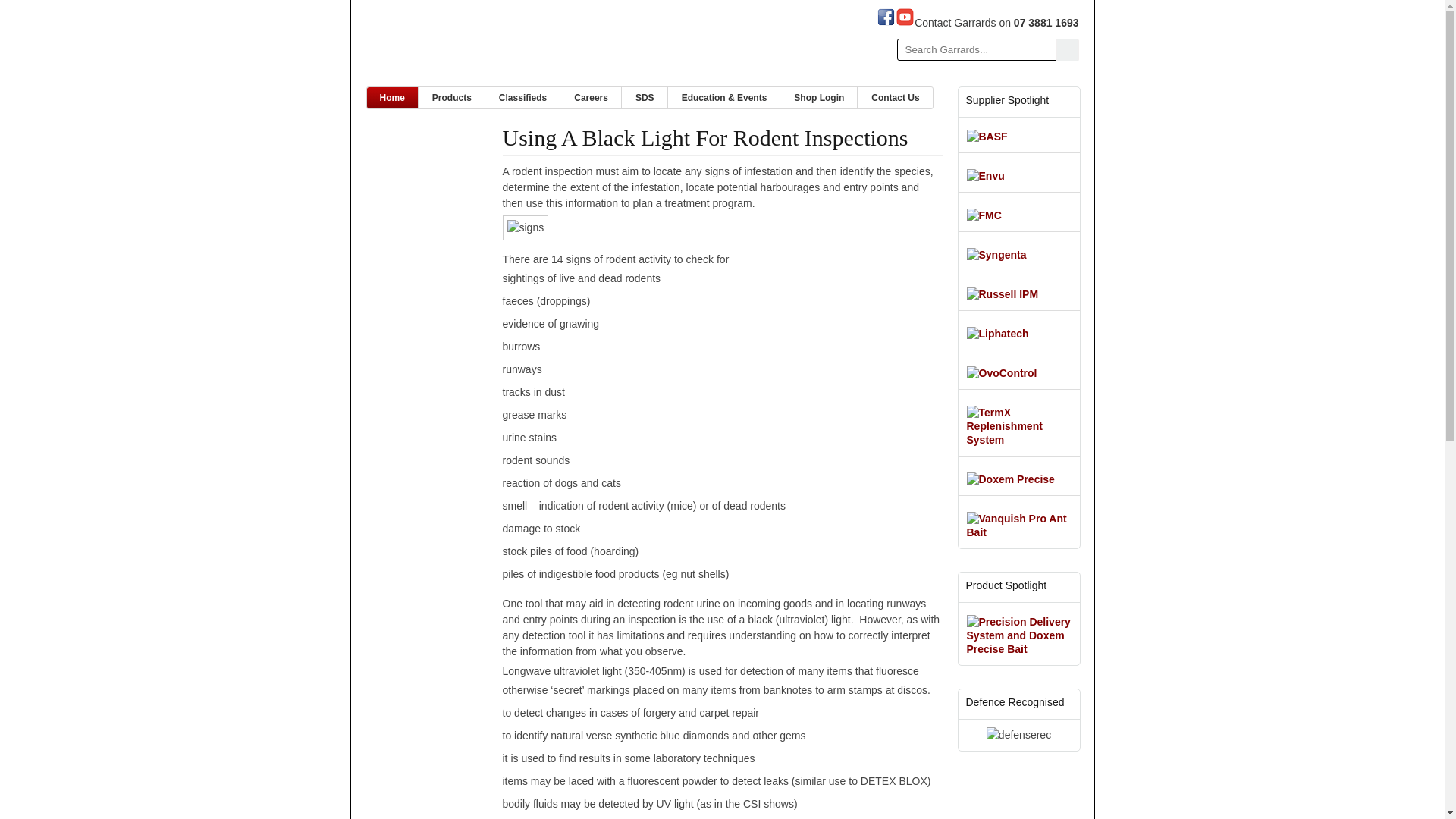 This screenshot has width=1456, height=819. I want to click on 'Precision Delivery System and Doxem Precise Bait', so click(1019, 648).